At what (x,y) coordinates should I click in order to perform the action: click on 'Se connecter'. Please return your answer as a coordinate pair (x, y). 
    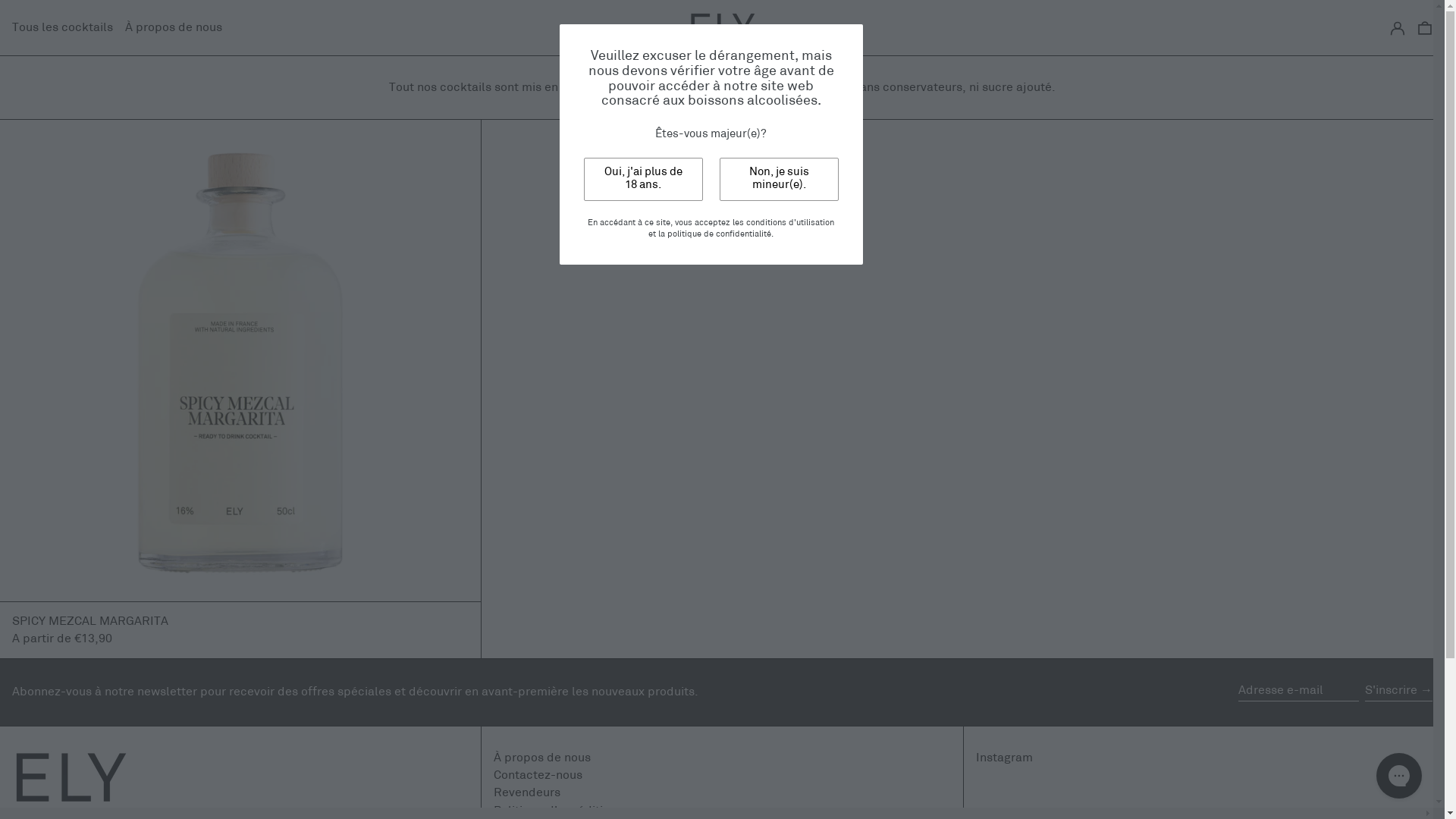
    Looking at the image, I should click on (1390, 27).